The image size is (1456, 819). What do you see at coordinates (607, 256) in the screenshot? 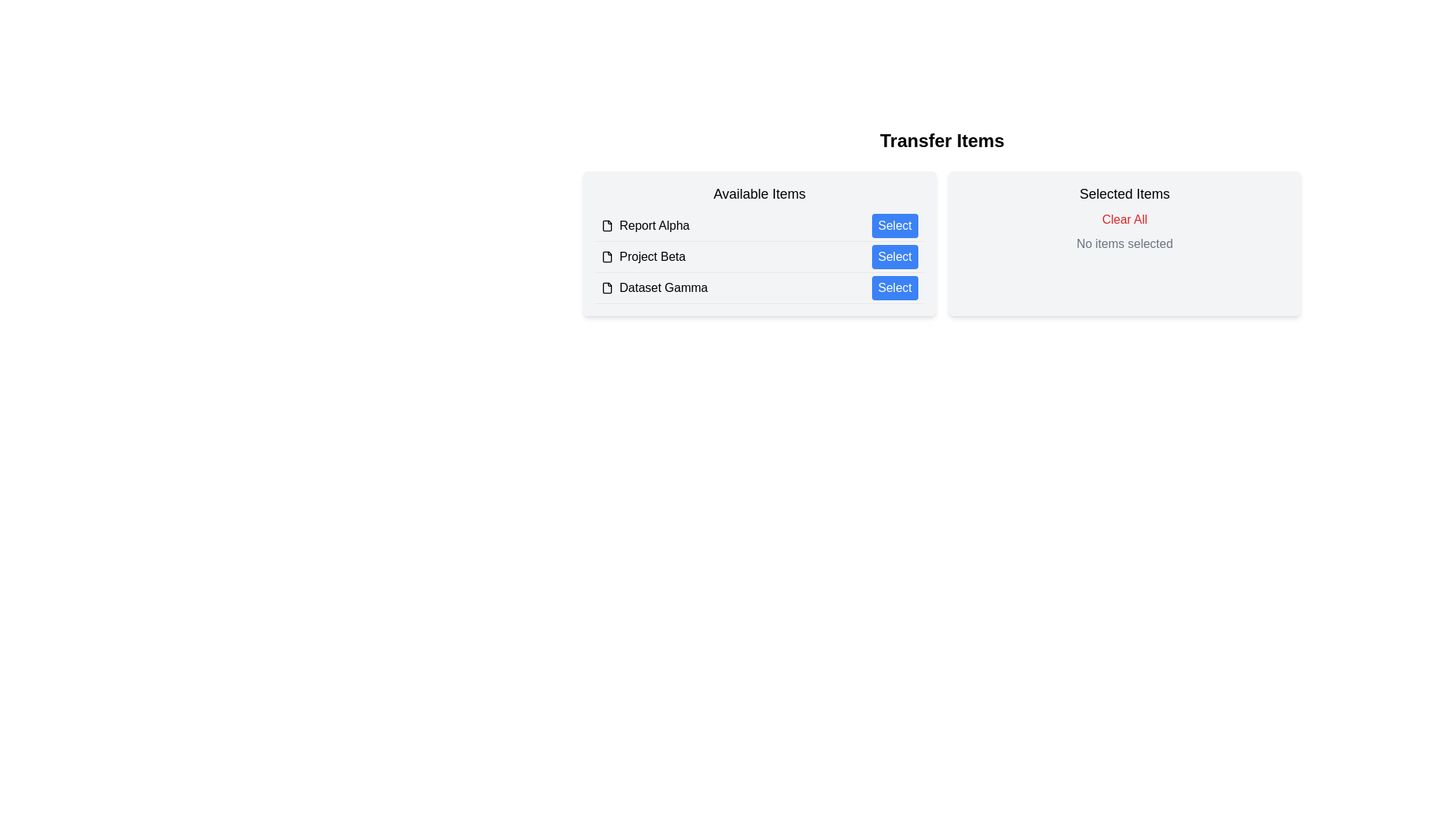
I see `the document icon representing the 'Project Beta' entry in the left panel under the 'Available Items' section` at bounding box center [607, 256].